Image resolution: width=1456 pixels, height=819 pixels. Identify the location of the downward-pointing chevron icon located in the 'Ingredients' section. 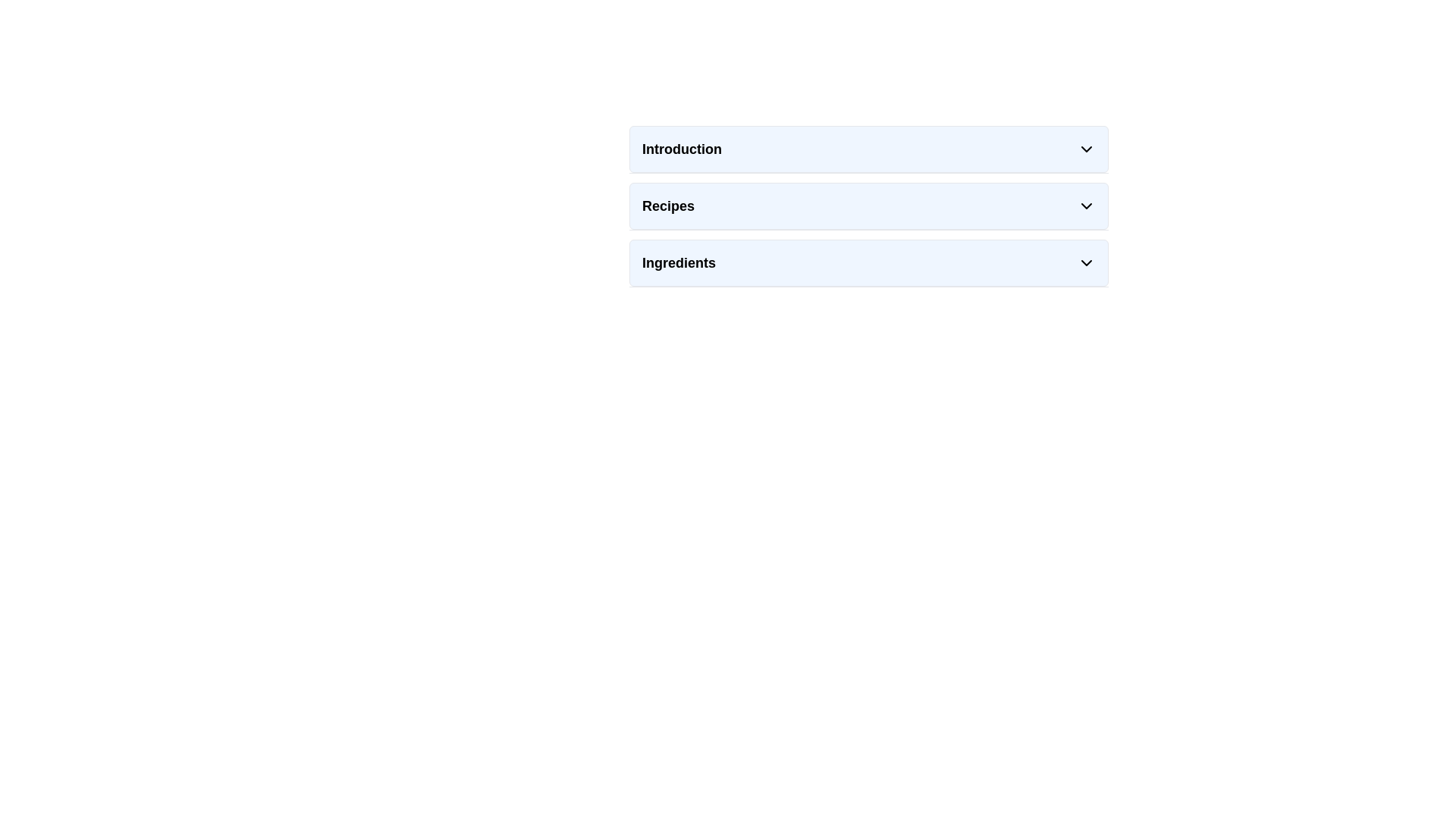
(1086, 262).